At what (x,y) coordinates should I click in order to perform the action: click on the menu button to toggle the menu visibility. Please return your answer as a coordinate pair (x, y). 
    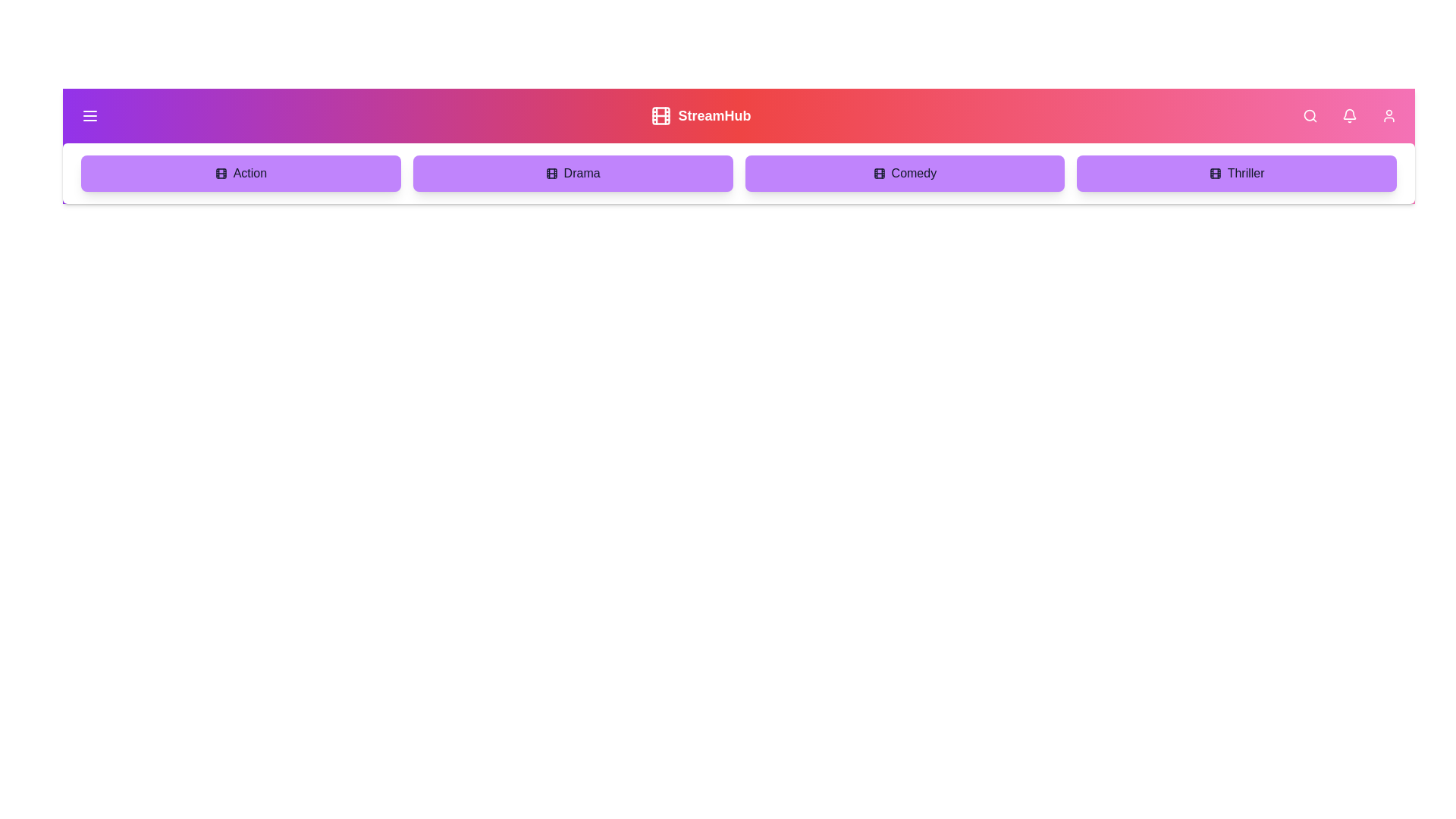
    Looking at the image, I should click on (89, 115).